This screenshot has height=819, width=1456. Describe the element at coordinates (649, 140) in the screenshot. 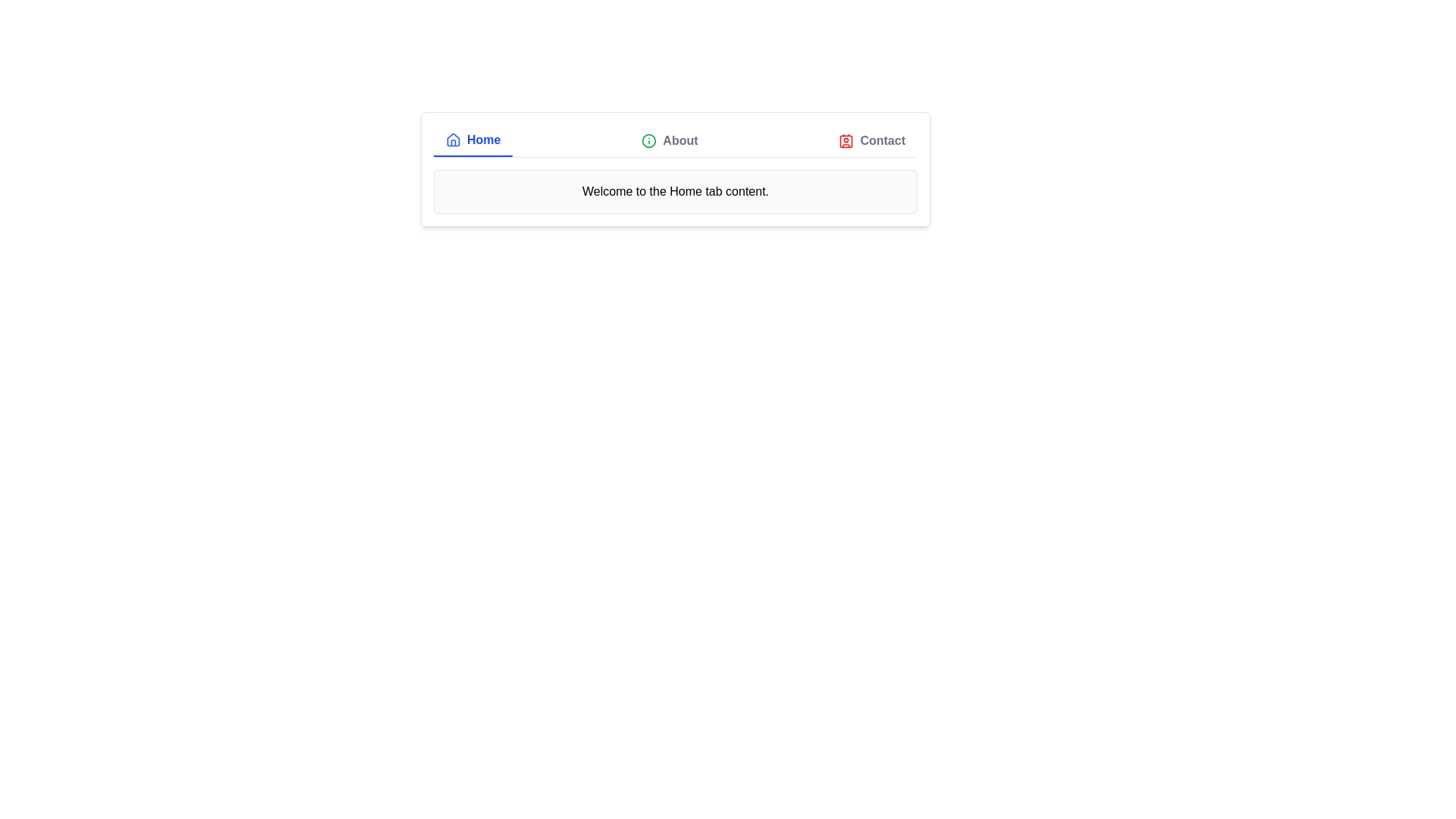

I see `the 'About' navigation icon, which is located on the center-left side of the 'About' menu item in the navigation bar` at that location.